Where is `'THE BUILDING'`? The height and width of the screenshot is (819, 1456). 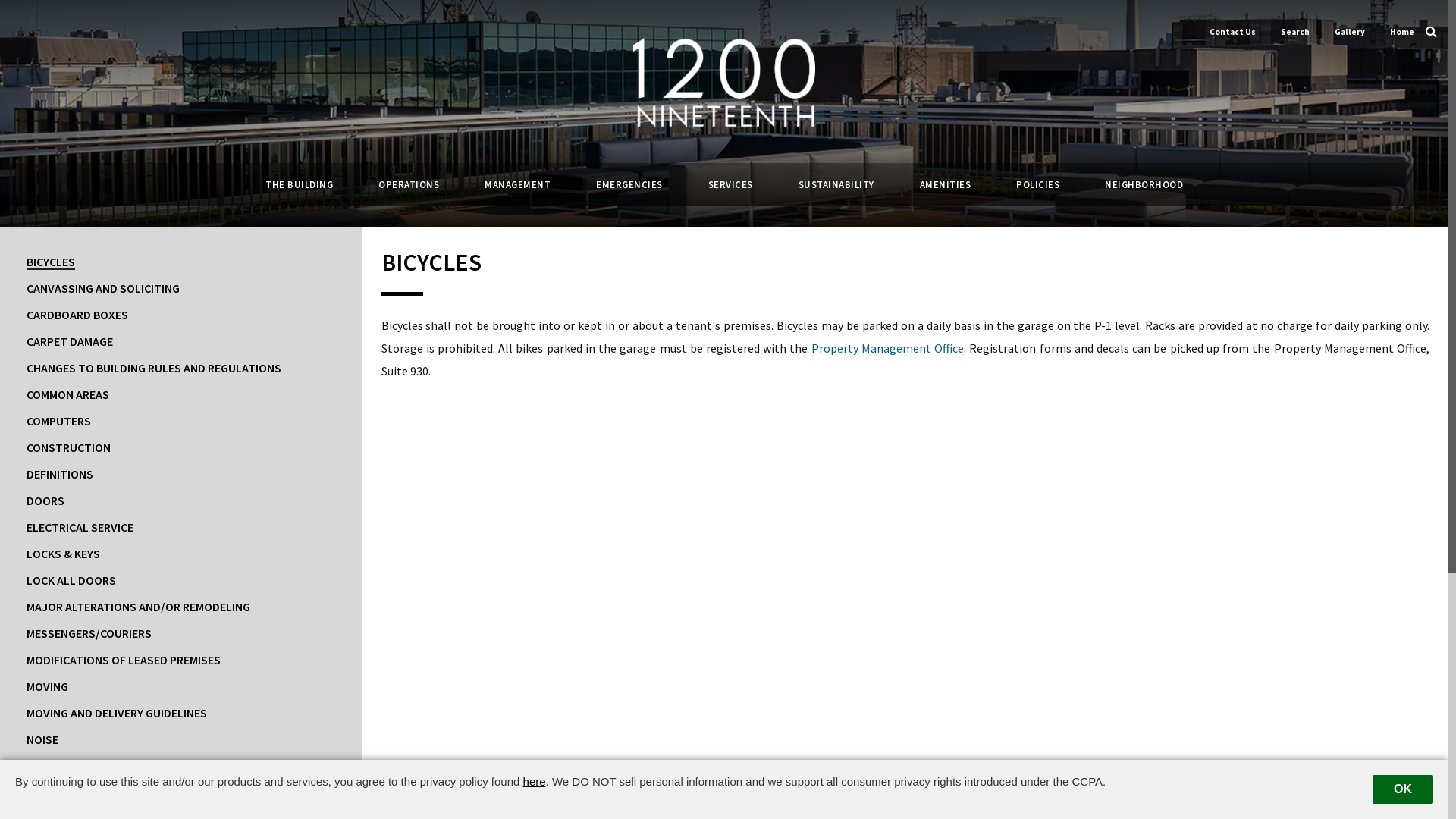
'THE BUILDING' is located at coordinates (299, 184).